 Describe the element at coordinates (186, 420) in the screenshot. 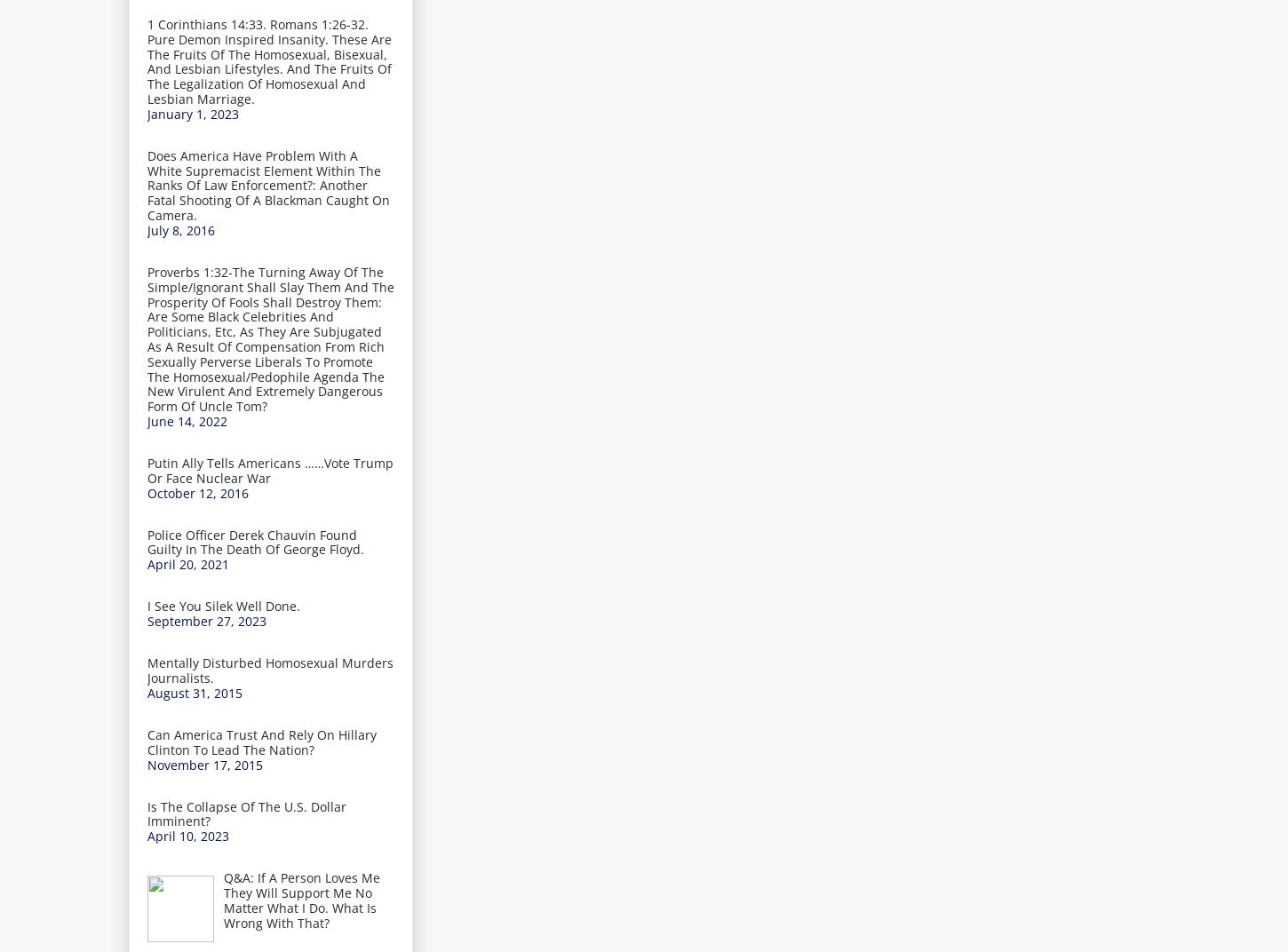

I see `'June 14, 2022'` at that location.